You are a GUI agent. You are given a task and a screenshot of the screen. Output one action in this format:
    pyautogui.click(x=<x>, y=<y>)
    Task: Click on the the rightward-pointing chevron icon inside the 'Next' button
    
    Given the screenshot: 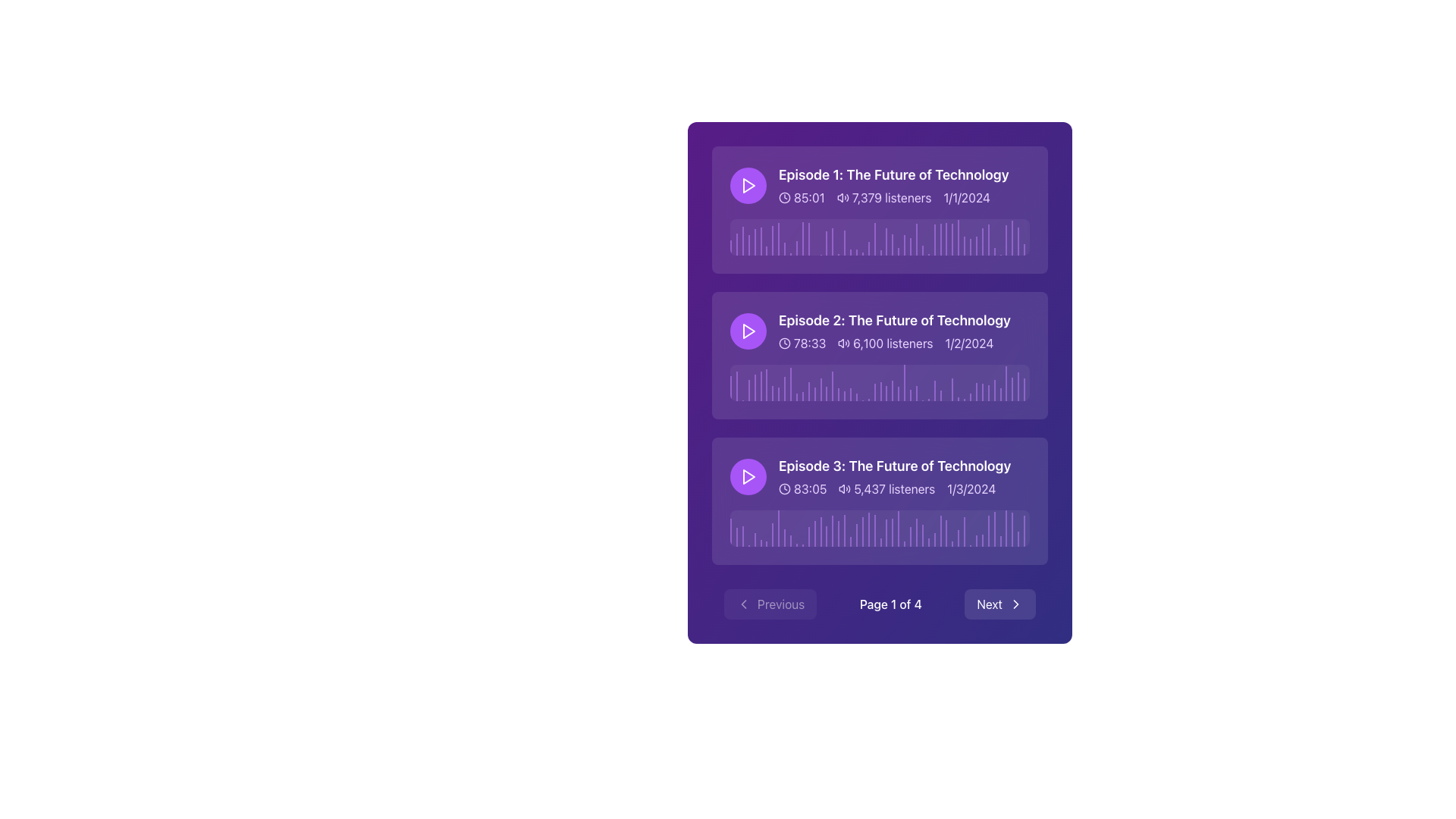 What is the action you would take?
    pyautogui.click(x=1015, y=604)
    